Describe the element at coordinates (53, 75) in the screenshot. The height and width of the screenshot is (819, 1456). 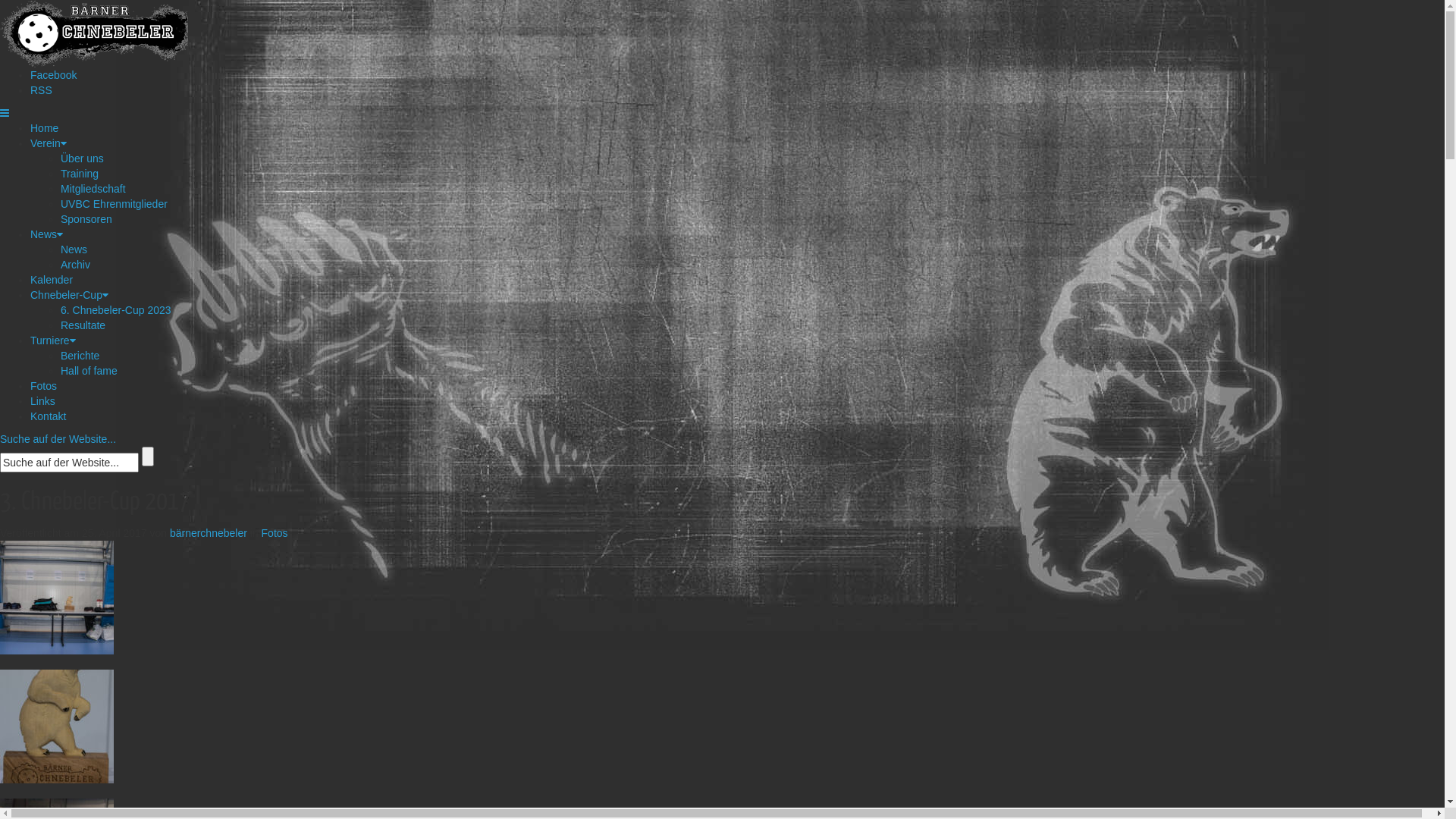
I see `'Facebook'` at that location.